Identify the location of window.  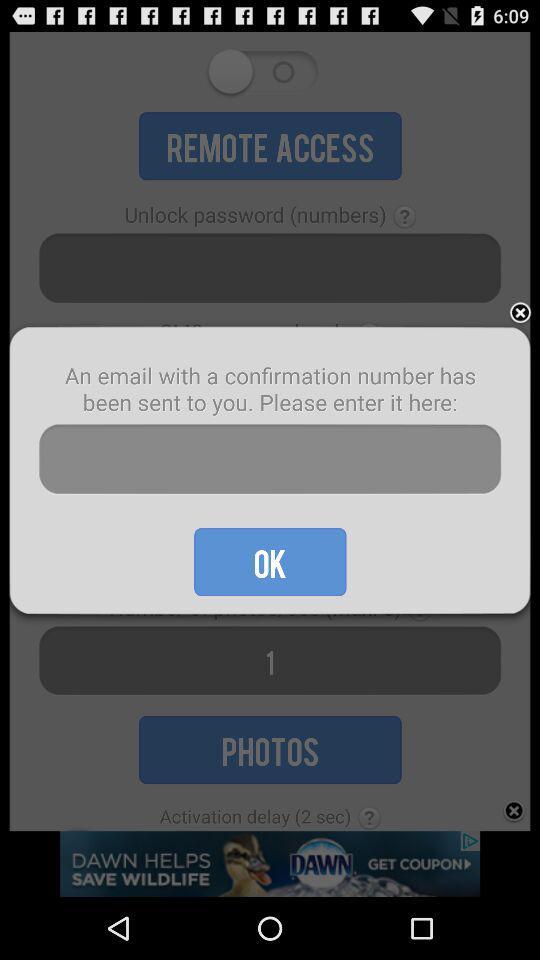
(520, 313).